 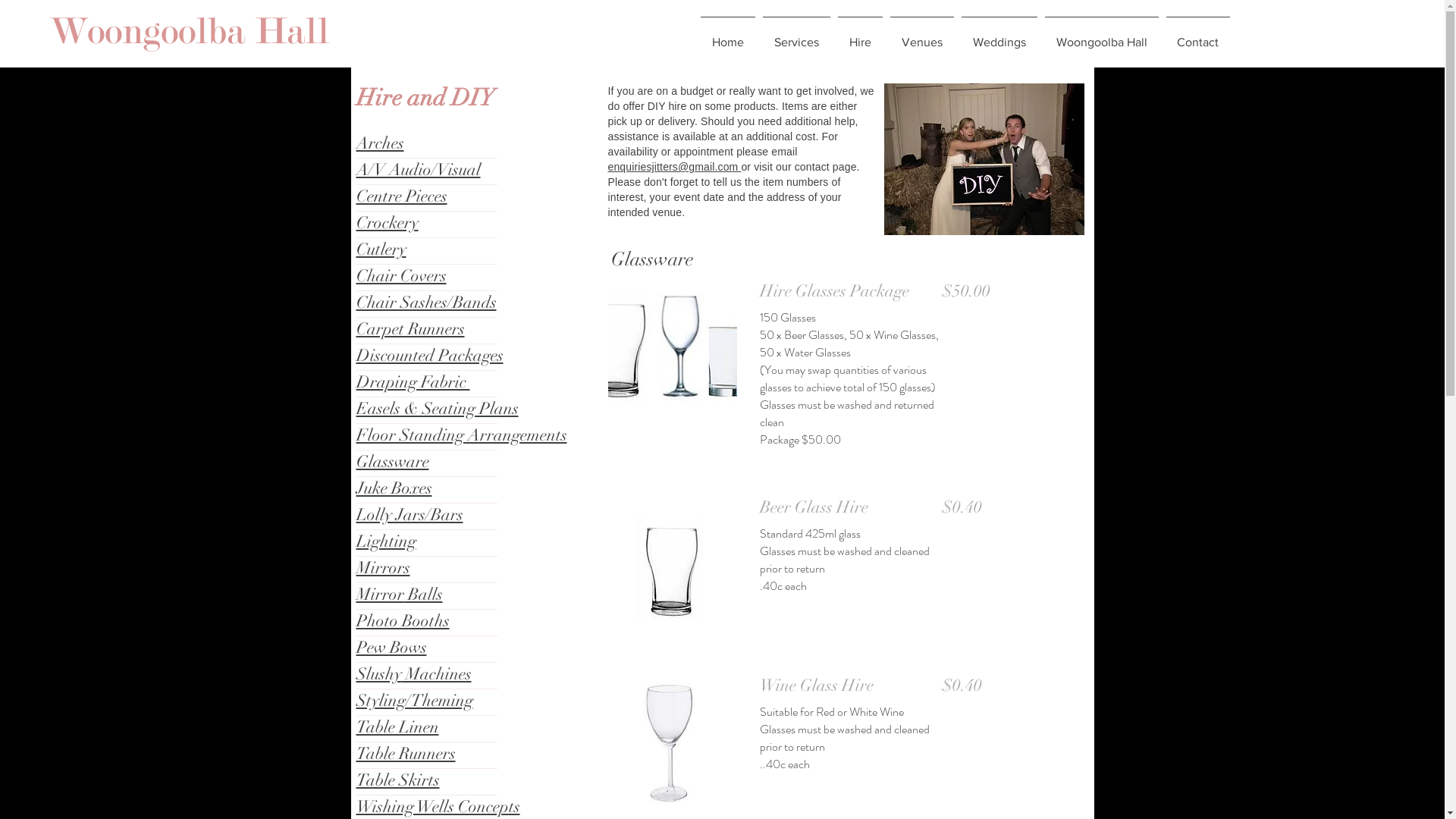 I want to click on 'Discounted Packages', so click(x=356, y=355).